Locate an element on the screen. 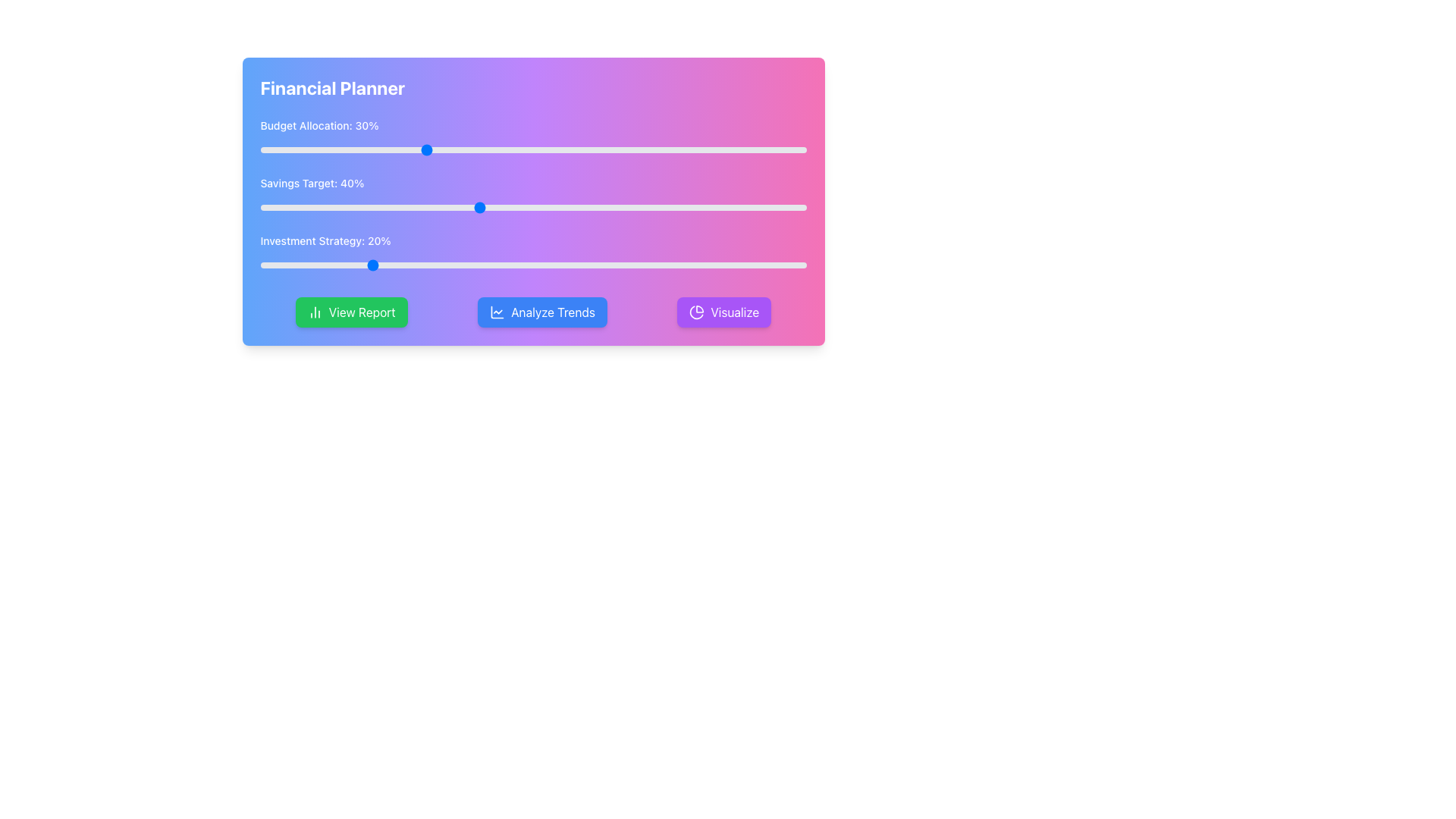 The height and width of the screenshot is (819, 1456). the savings target percentage is located at coordinates (610, 207).